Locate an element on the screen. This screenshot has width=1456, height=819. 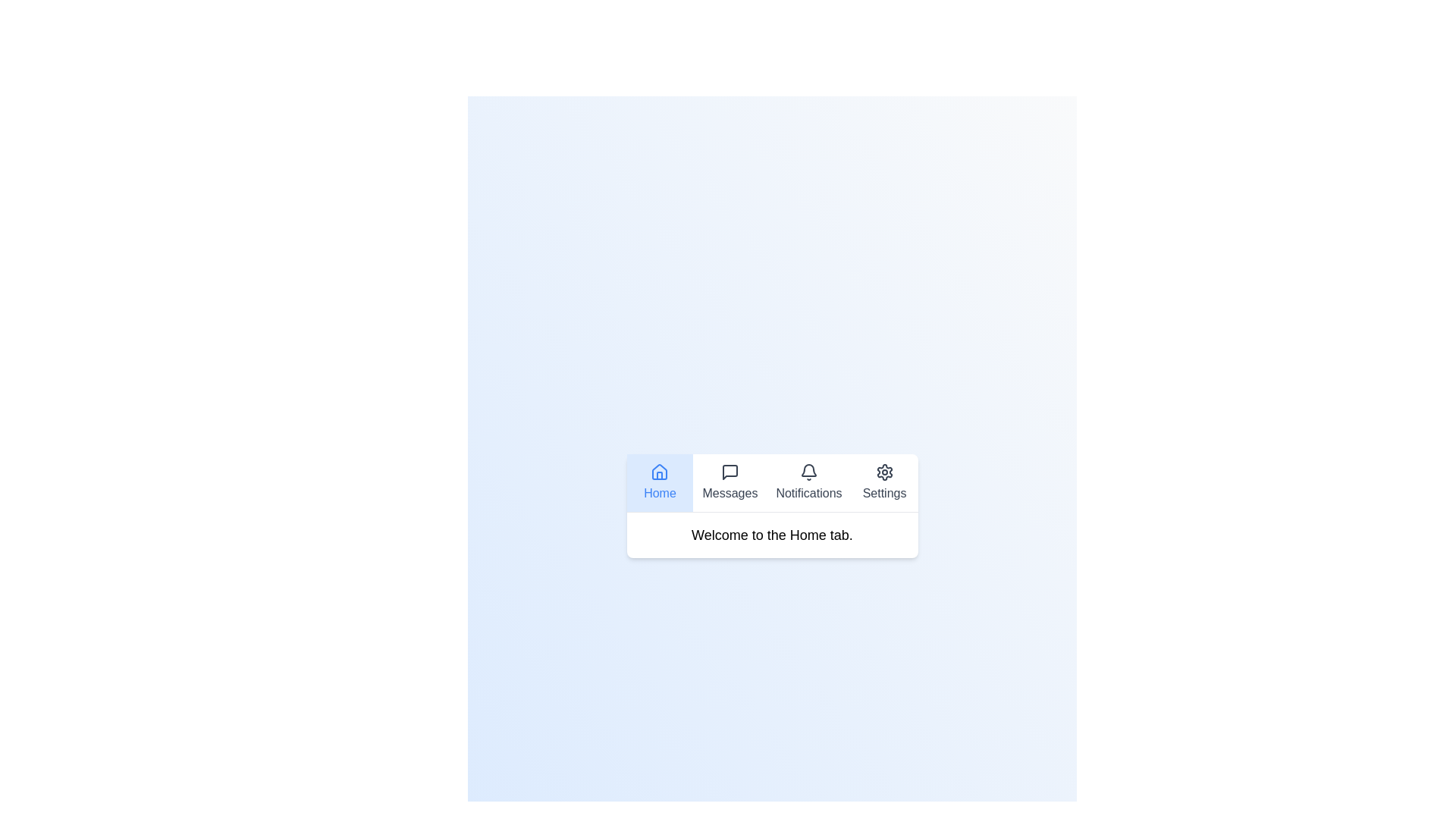
the Notifications label located in the horizontal menu bar, which is the third item from the left is located at coordinates (808, 493).